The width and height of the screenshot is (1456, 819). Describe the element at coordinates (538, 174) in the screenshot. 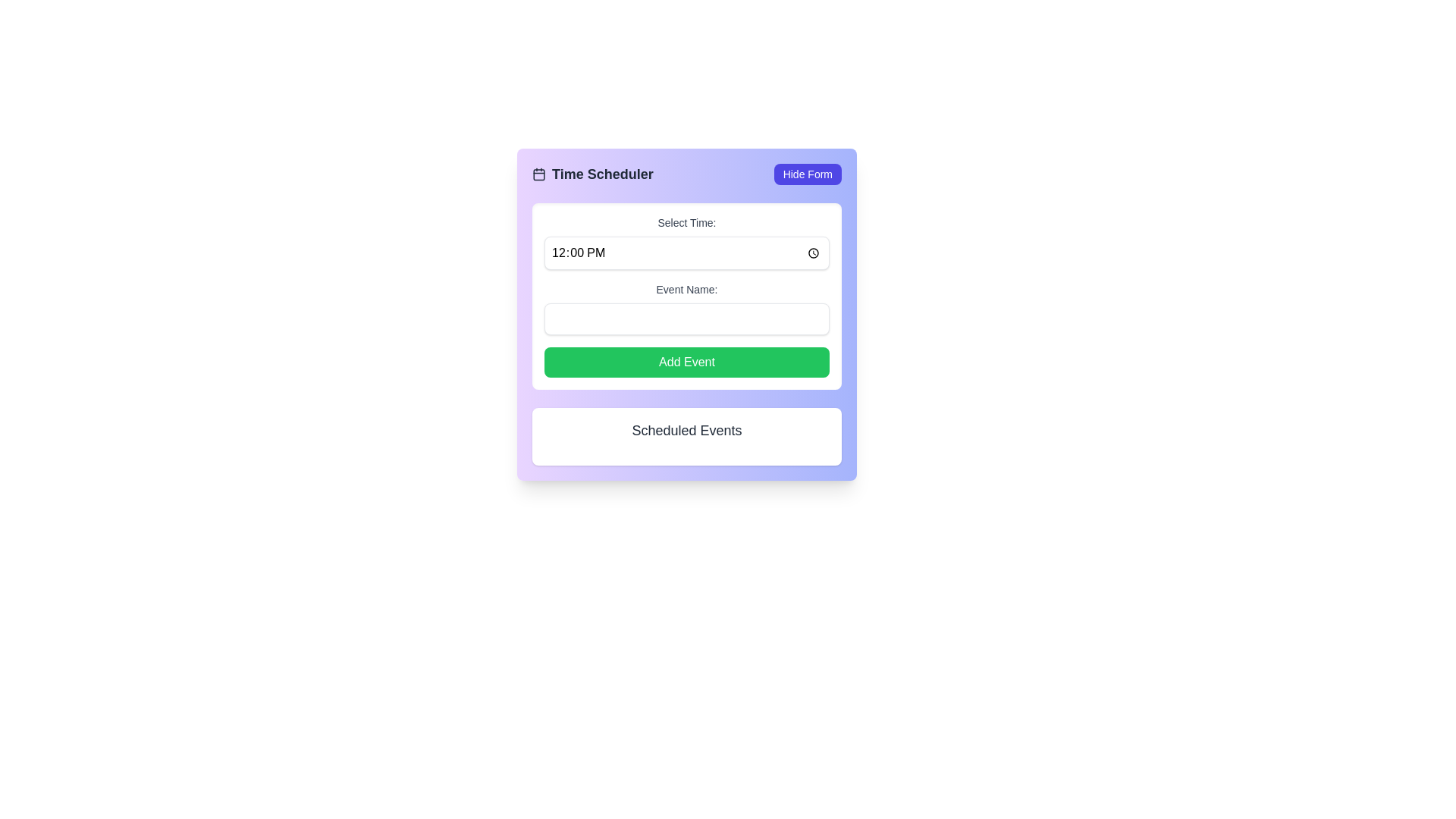

I see `the visual representation of the rectangular shape with rounded corners located within the calendar icon in the top left of the interface, adjacent to the 'Time Scheduler' title` at that location.